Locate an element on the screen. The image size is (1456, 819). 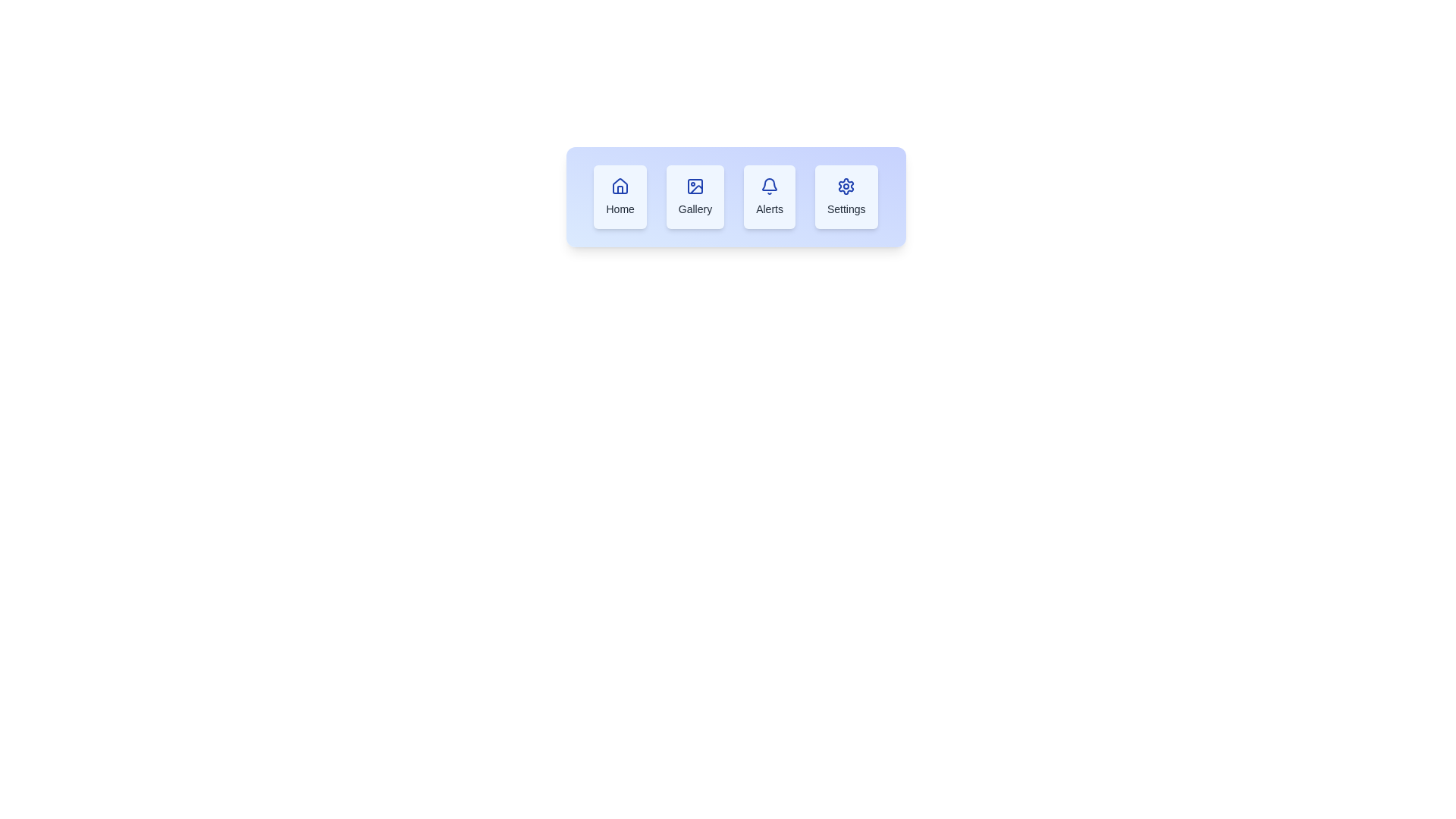
any option in the navigation bar is located at coordinates (736, 196).